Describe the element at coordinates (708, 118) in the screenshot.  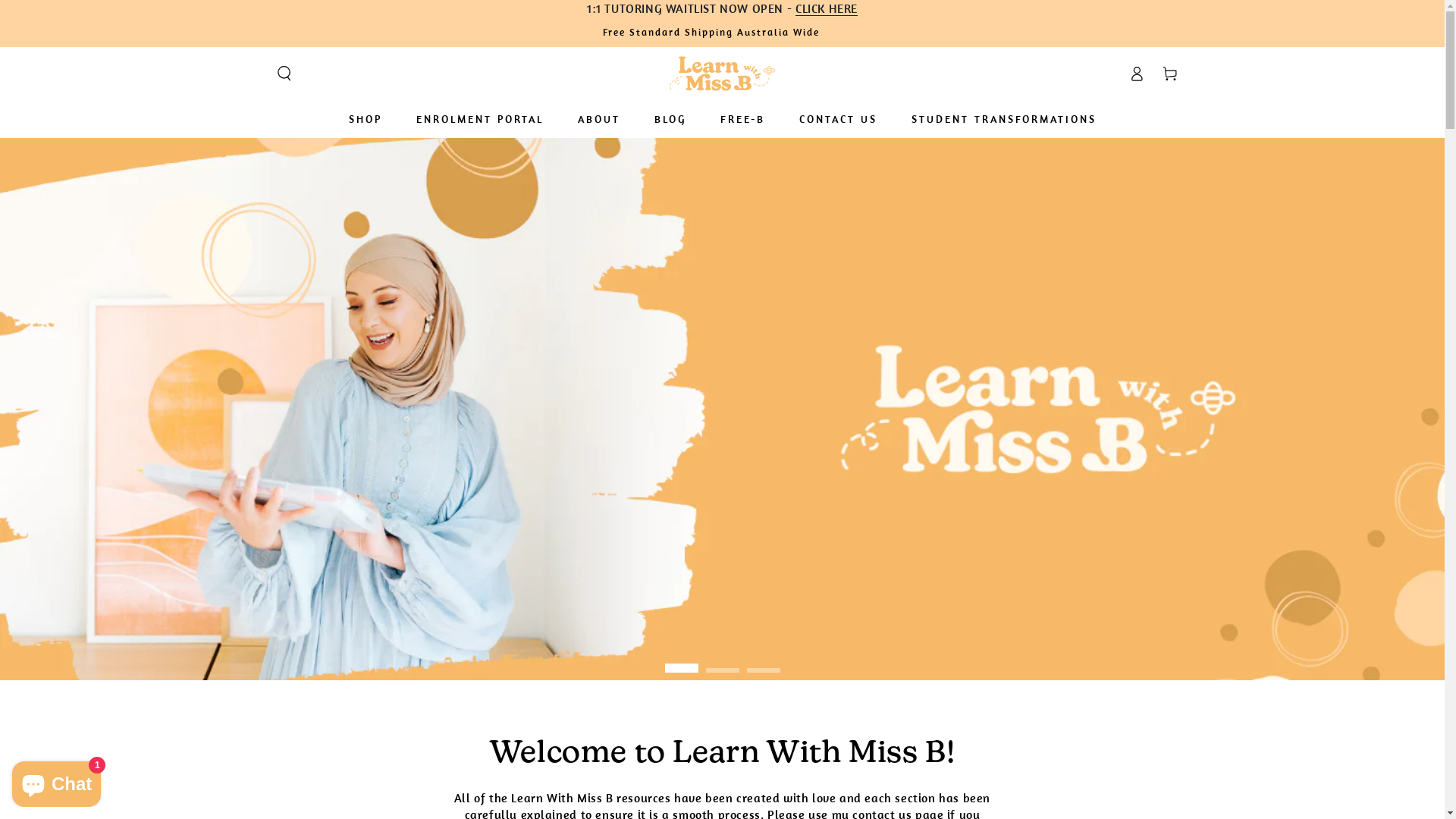
I see `'FREE-B'` at that location.